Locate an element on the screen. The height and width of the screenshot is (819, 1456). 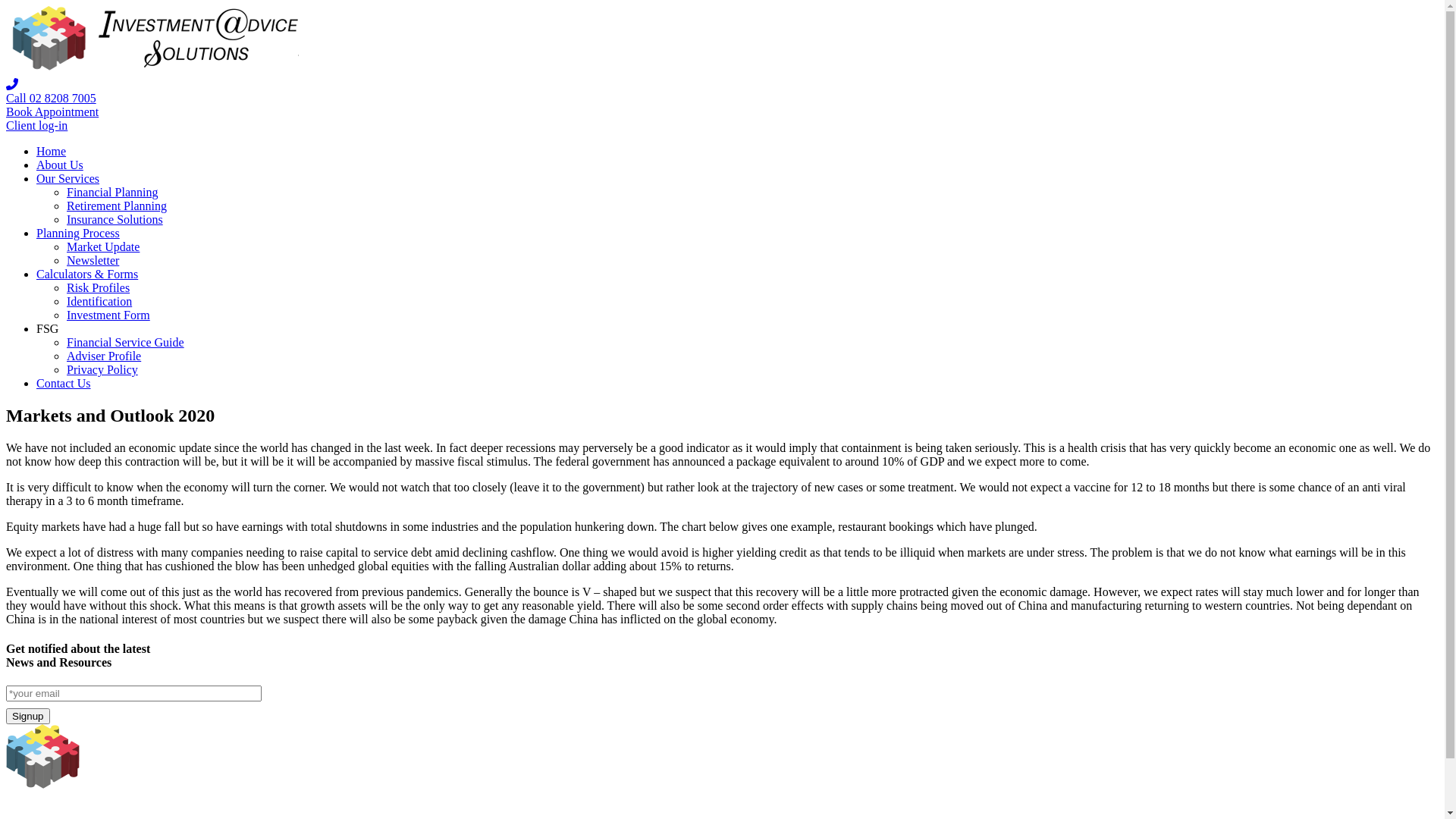
'Call 02 8208 7005' is located at coordinates (51, 98).